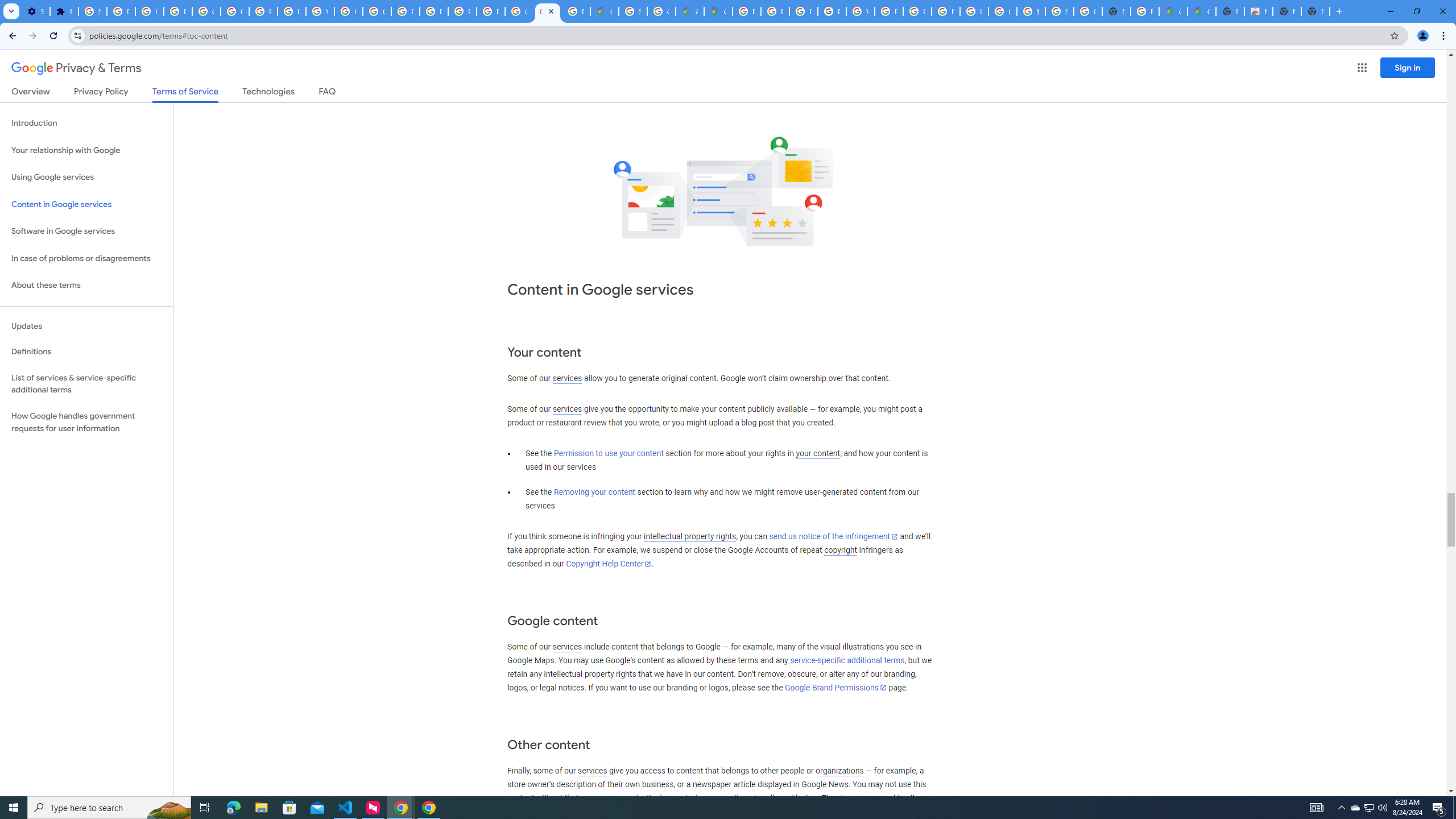 This screenshot has width=1456, height=819. What do you see at coordinates (661, 11) in the screenshot?
I see `'Create your Google Account'` at bounding box center [661, 11].